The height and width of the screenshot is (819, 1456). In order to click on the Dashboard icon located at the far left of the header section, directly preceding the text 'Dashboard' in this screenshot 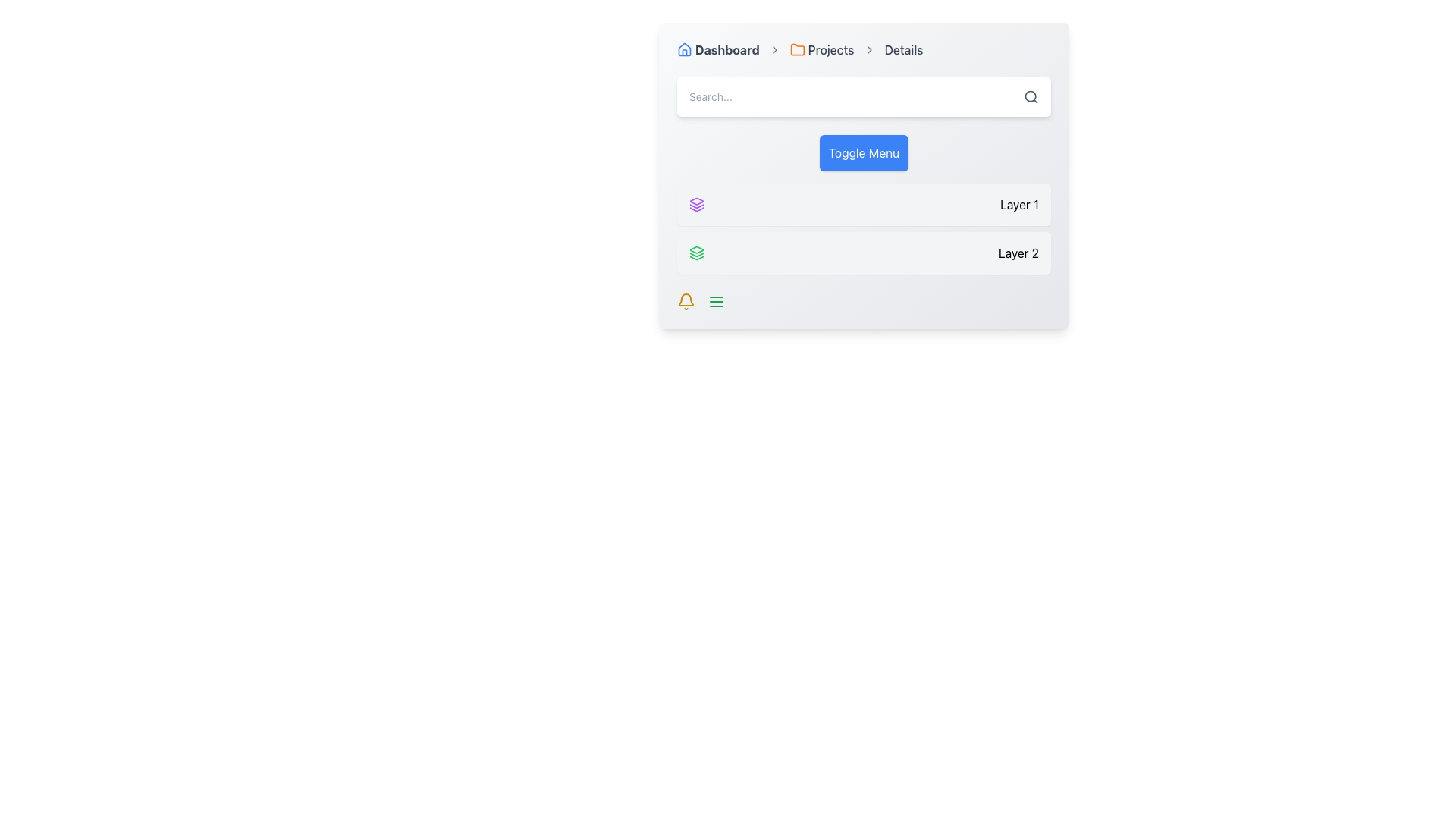, I will do `click(683, 49)`.